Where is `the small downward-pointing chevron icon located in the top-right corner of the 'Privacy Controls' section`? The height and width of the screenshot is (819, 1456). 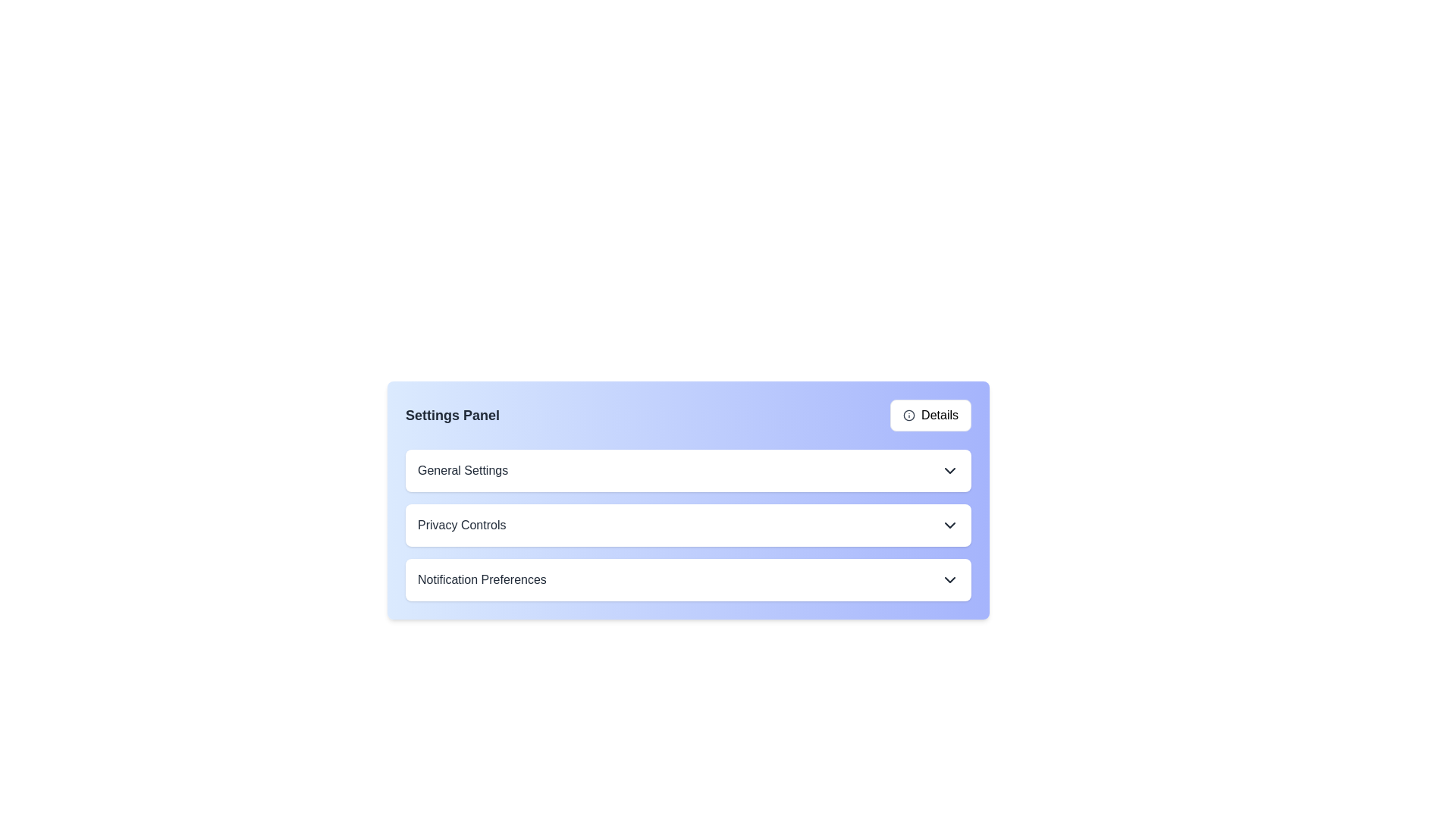 the small downward-pointing chevron icon located in the top-right corner of the 'Privacy Controls' section is located at coordinates (949, 525).